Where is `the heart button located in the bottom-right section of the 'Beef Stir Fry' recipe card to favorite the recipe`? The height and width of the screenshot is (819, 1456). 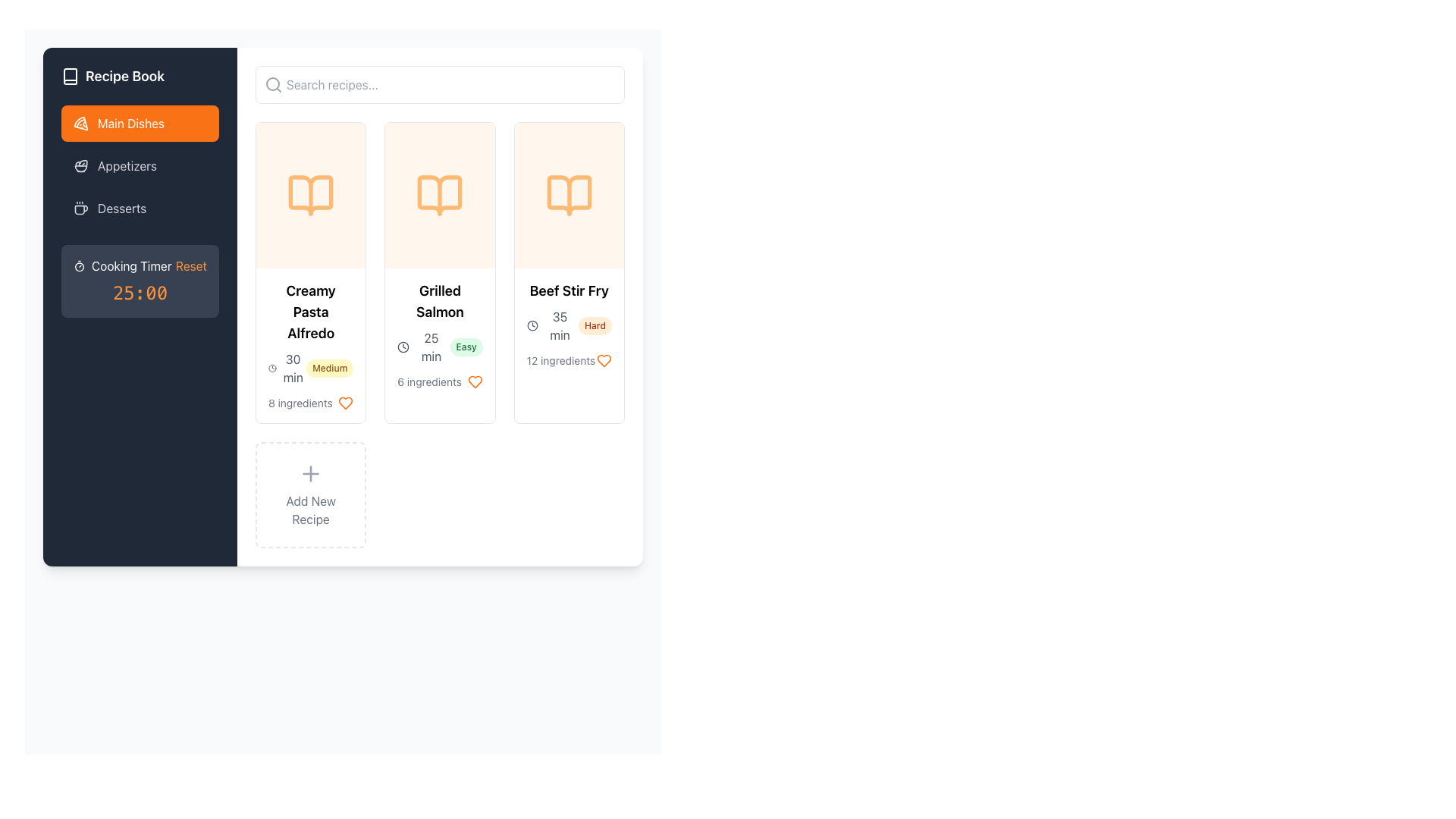 the heart button located in the bottom-right section of the 'Beef Stir Fry' recipe card to favorite the recipe is located at coordinates (603, 360).